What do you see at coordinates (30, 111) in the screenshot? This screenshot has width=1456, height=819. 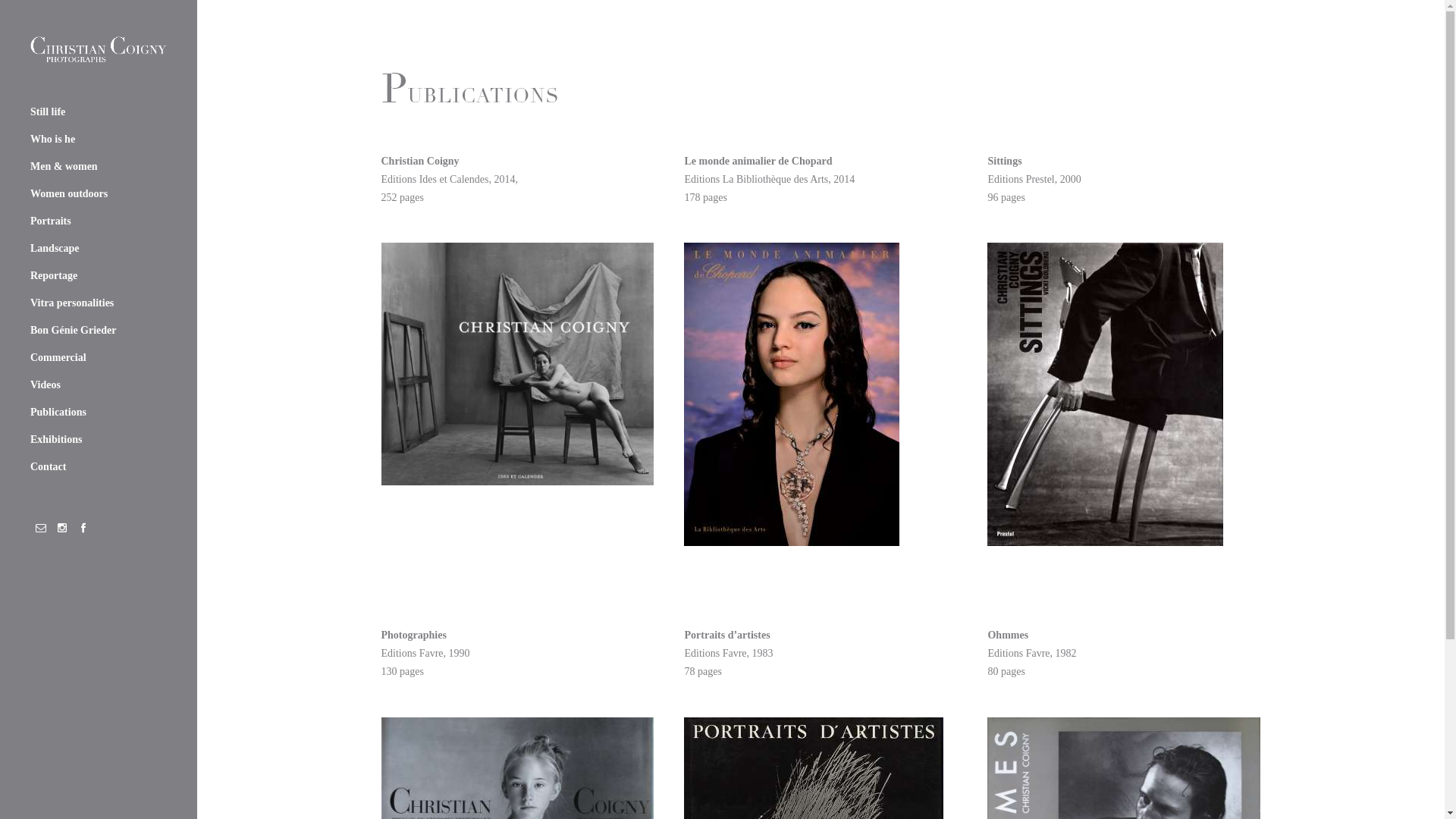 I see `'Still life'` at bounding box center [30, 111].